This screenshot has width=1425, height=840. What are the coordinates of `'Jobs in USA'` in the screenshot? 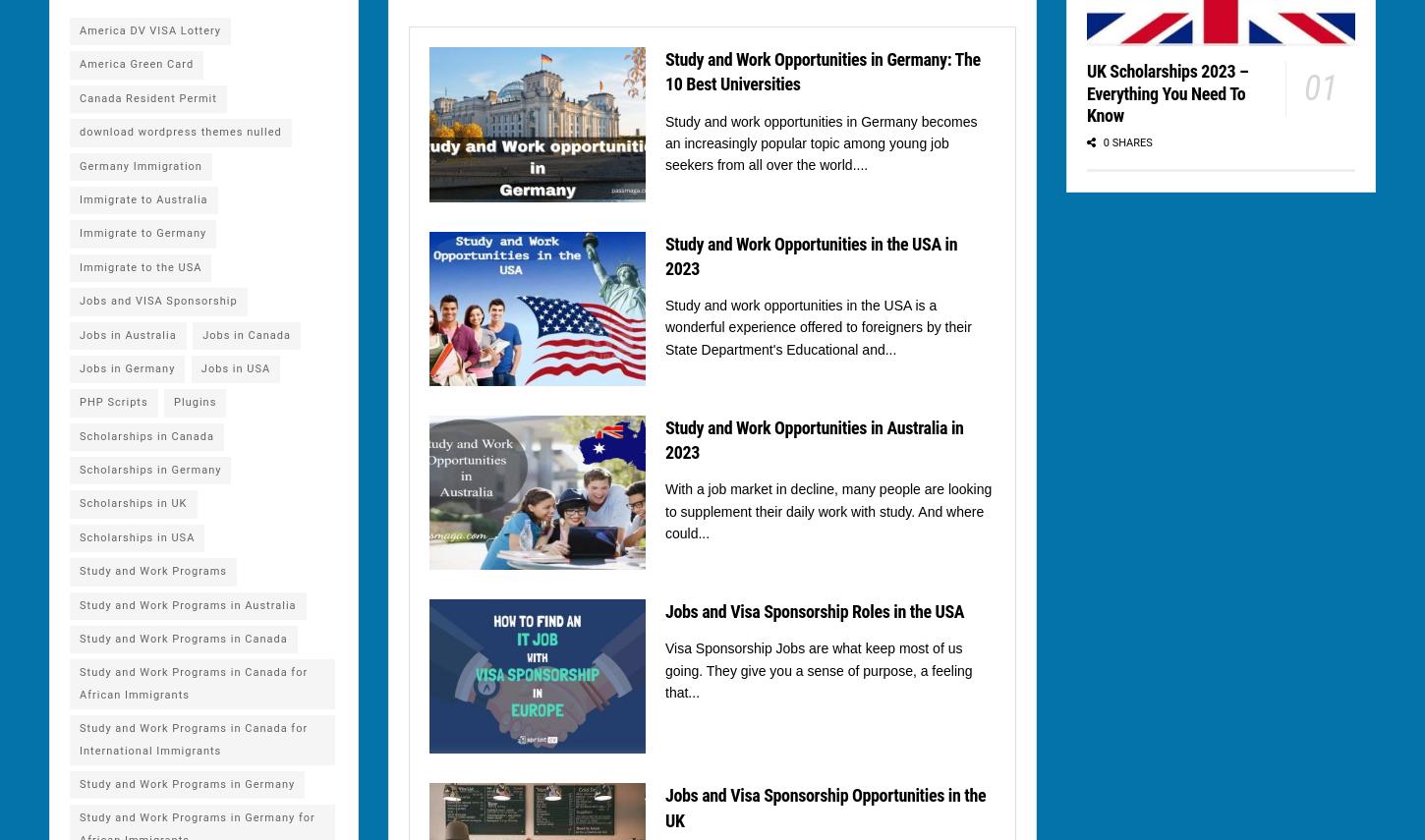 It's located at (234, 366).